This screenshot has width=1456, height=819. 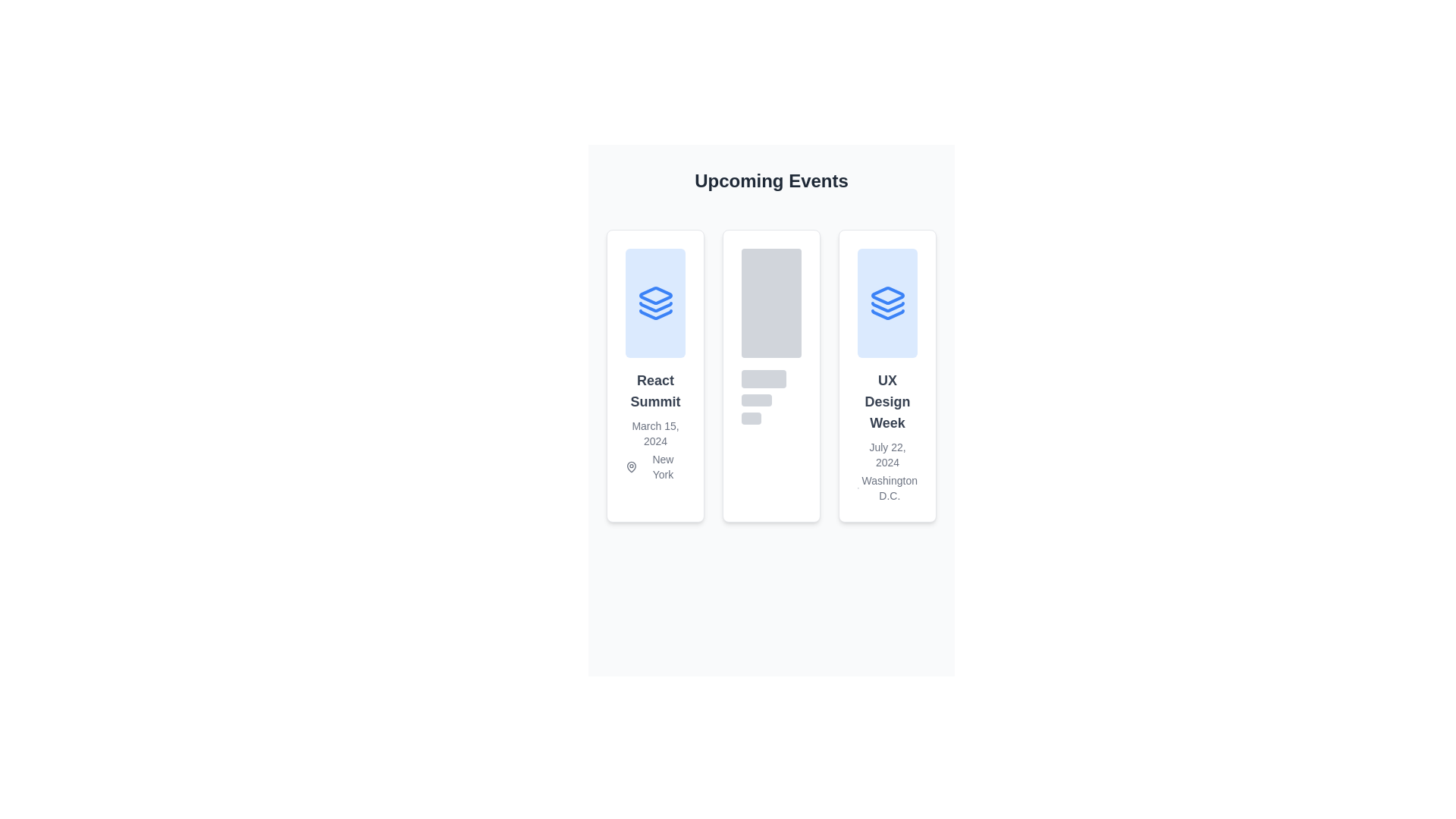 What do you see at coordinates (655, 303) in the screenshot?
I see `the React Summit event icon located in the central upper area of the leftmost card in a row of three cards` at bounding box center [655, 303].